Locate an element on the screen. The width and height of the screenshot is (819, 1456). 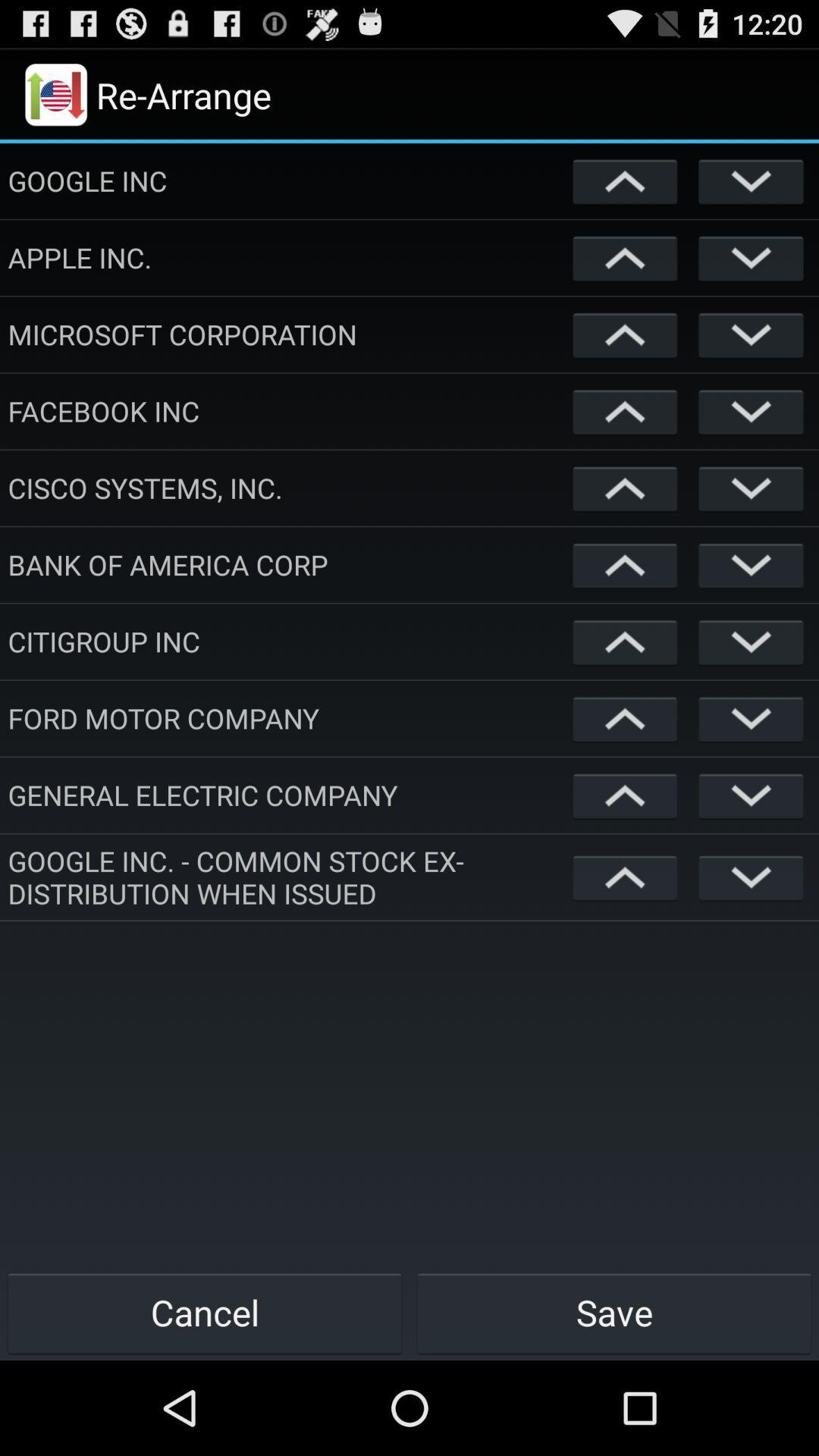
hide option is located at coordinates (751, 642).